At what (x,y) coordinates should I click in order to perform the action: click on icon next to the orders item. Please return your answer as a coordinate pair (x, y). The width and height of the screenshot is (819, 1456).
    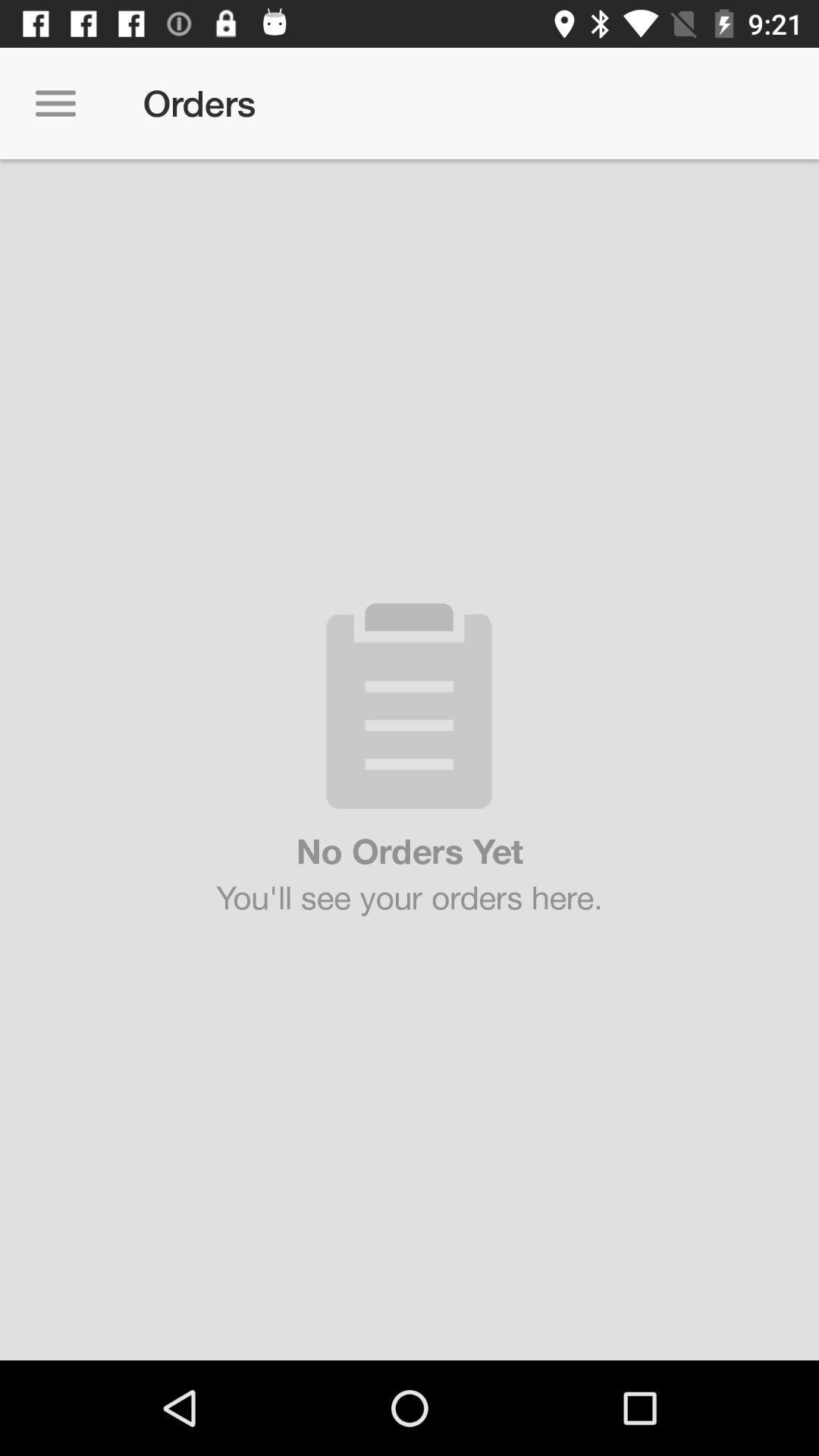
    Looking at the image, I should click on (55, 102).